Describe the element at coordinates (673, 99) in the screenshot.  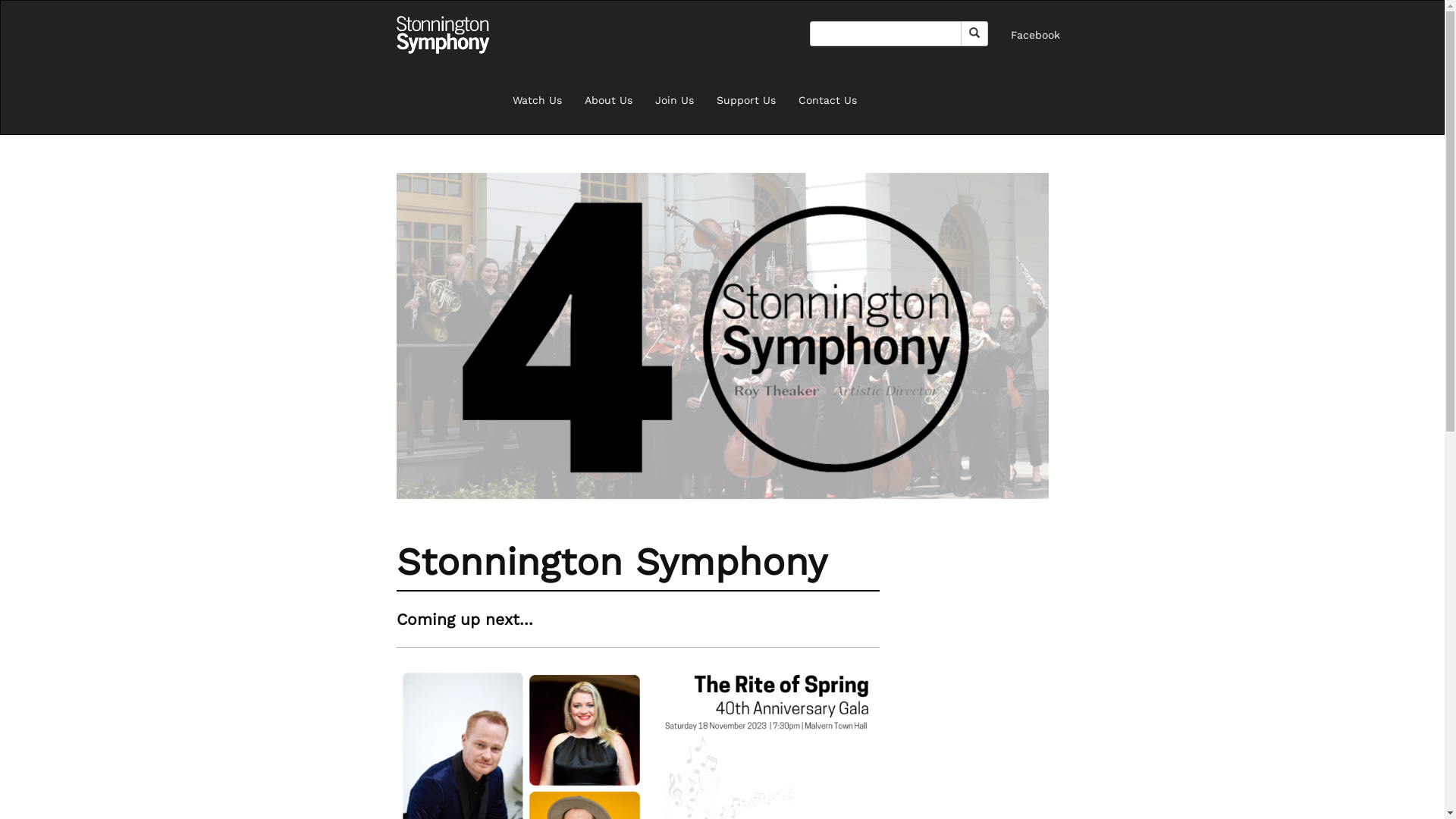
I see `'Join Us'` at that location.